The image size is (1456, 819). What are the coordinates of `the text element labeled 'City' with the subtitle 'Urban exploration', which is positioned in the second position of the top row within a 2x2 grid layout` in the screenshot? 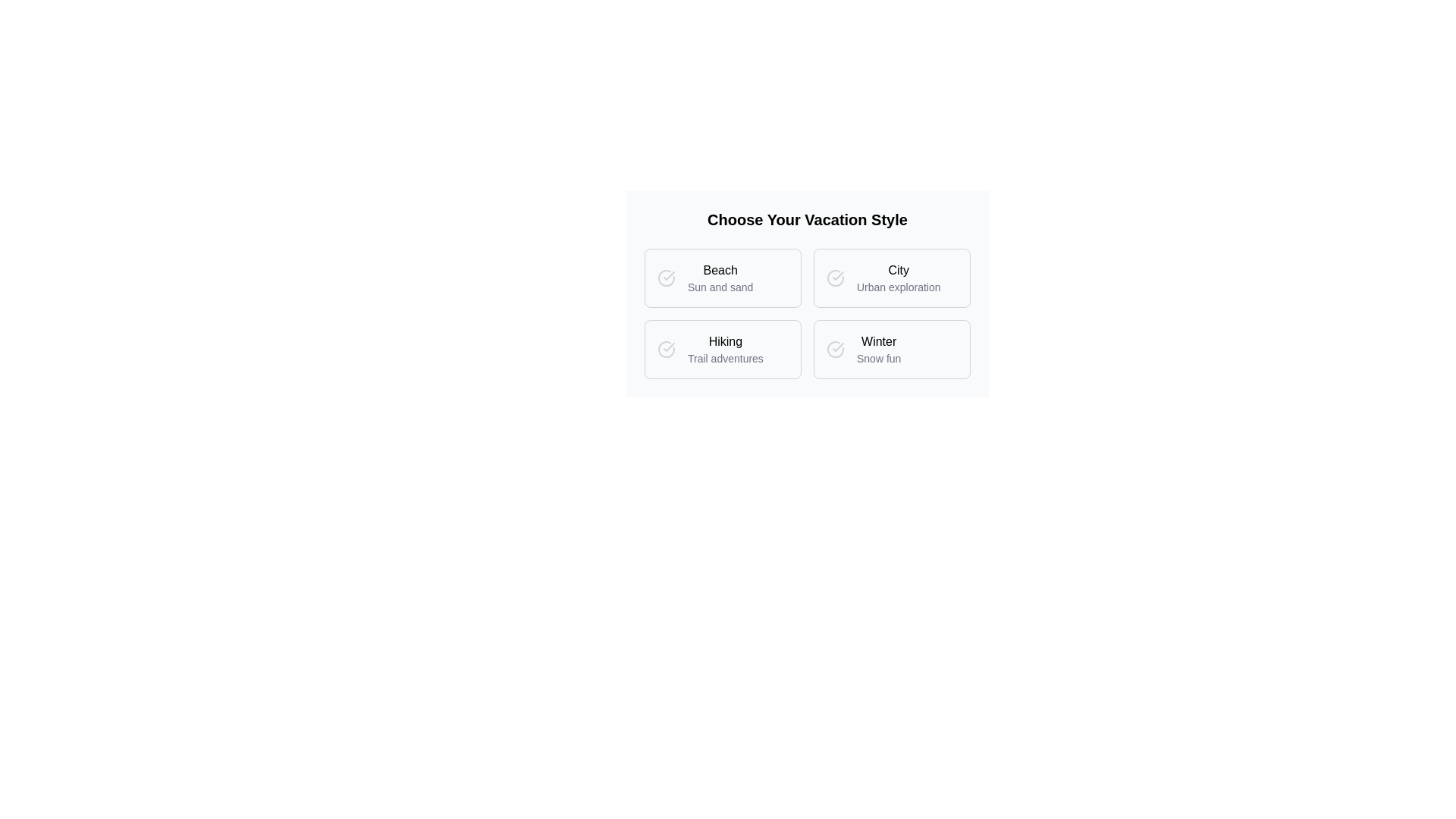 It's located at (899, 278).